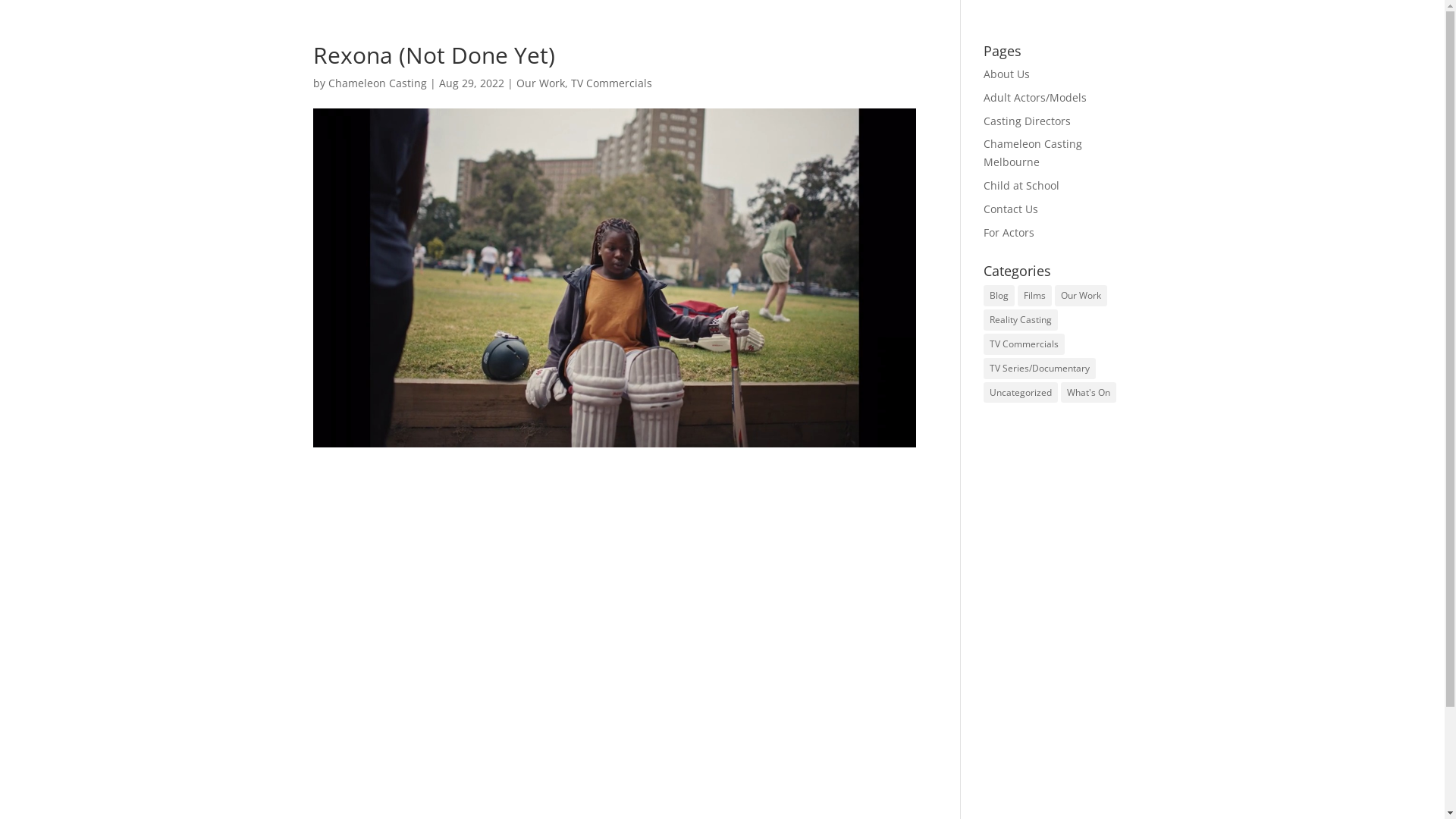 The height and width of the screenshot is (819, 1456). What do you see at coordinates (1021, 184) in the screenshot?
I see `'Child at School'` at bounding box center [1021, 184].